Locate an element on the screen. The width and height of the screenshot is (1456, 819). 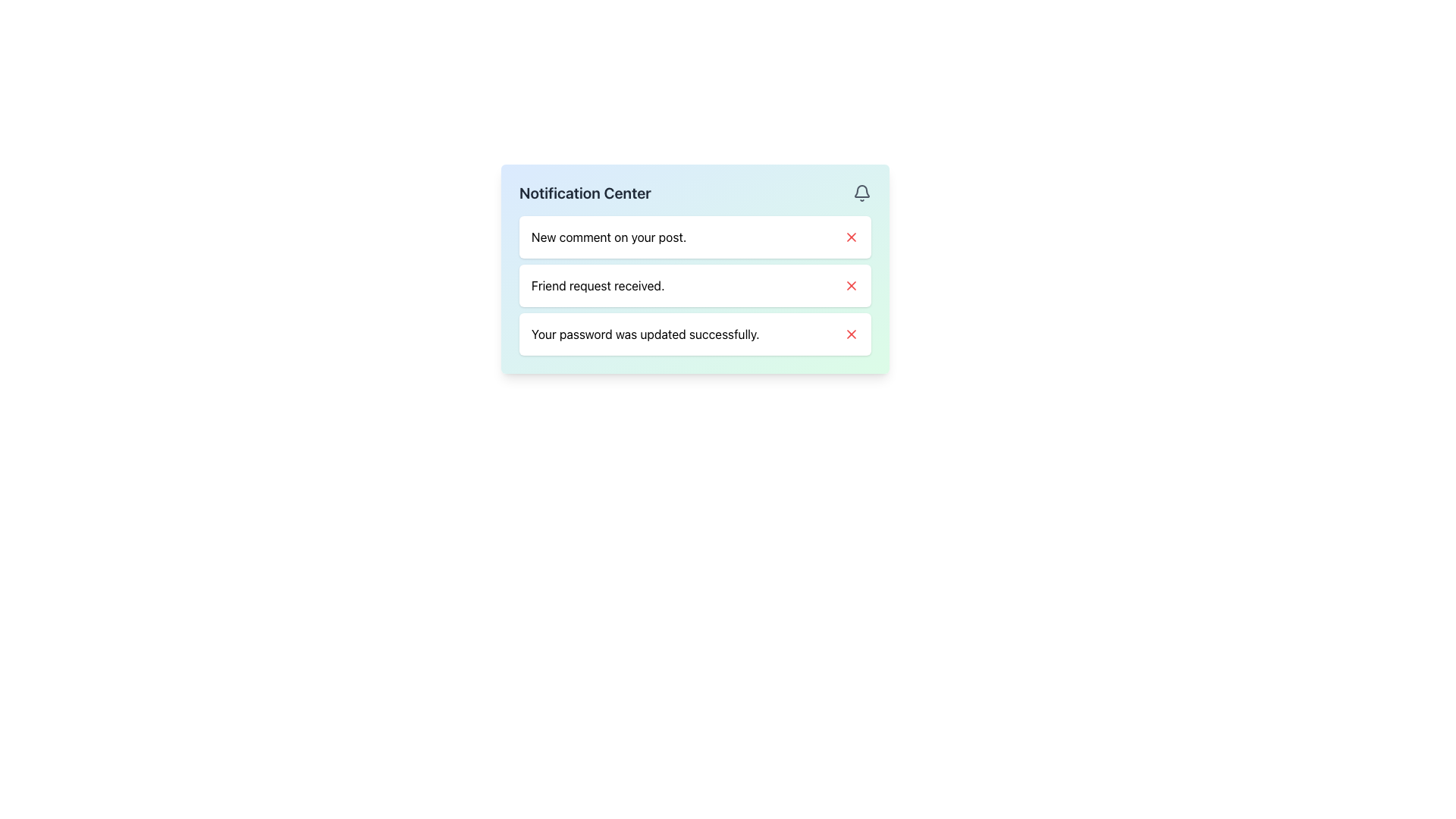
the notification labeled 'Friend request received.' in the Notification Center is located at coordinates (694, 268).